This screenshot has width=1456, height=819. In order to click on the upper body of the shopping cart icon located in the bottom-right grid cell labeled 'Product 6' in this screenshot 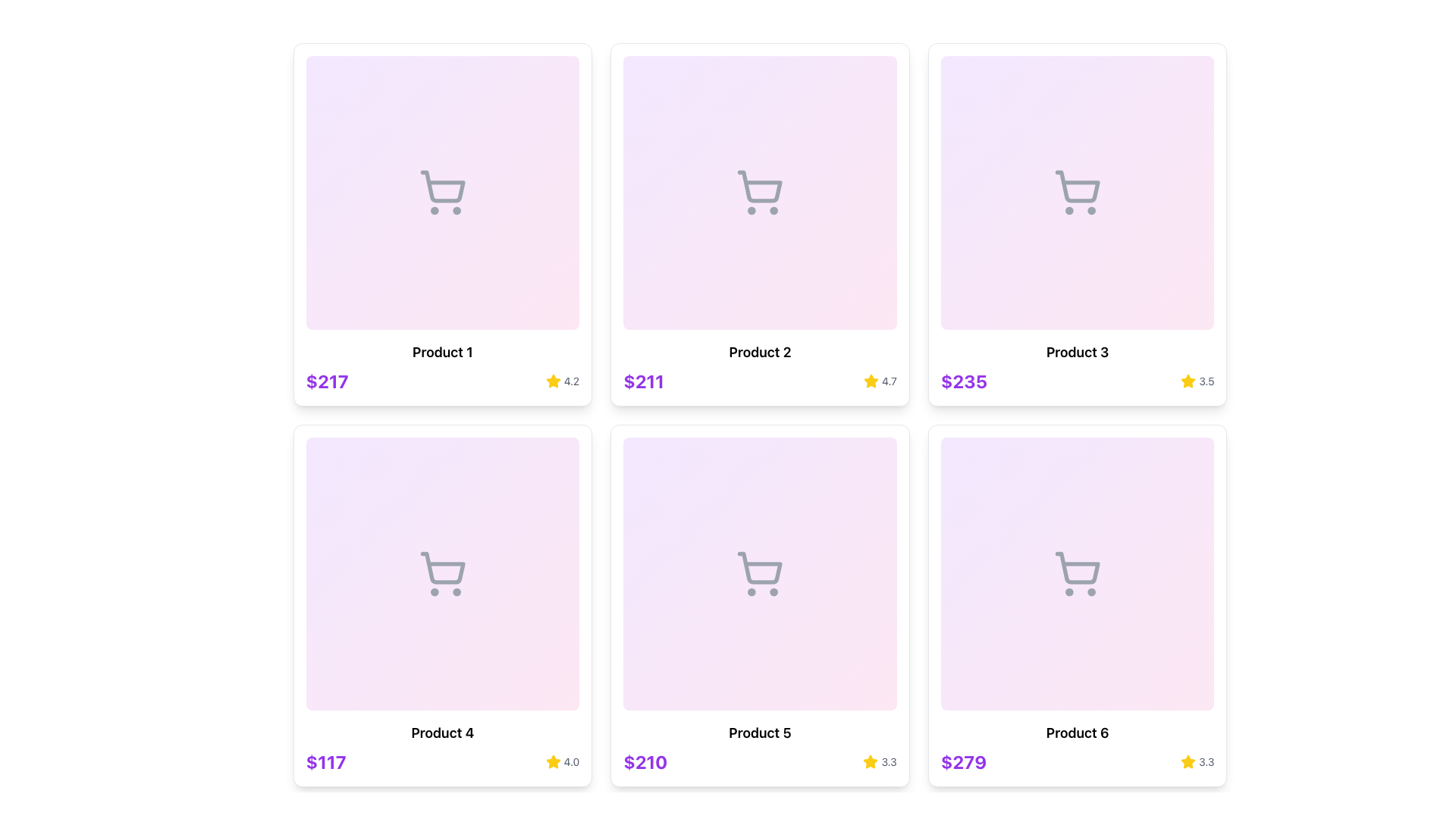, I will do `click(1077, 568)`.